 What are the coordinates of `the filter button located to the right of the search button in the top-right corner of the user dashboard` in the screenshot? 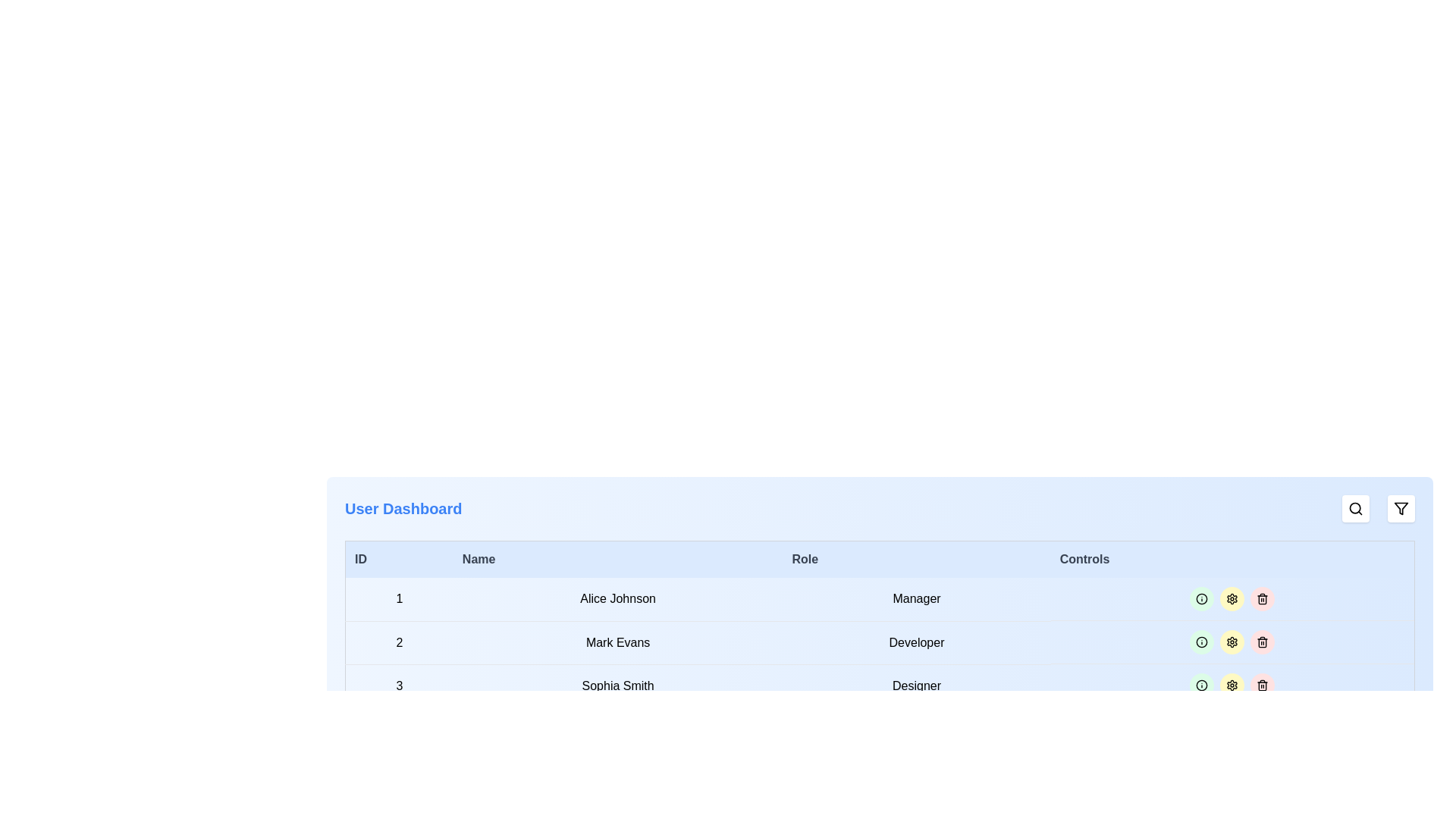 It's located at (1401, 509).